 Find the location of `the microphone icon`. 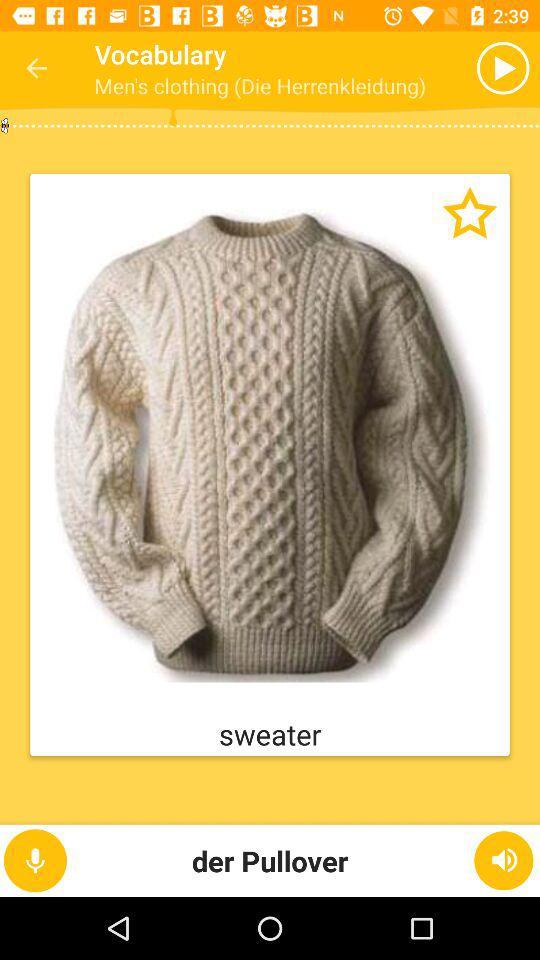

the microphone icon is located at coordinates (35, 859).